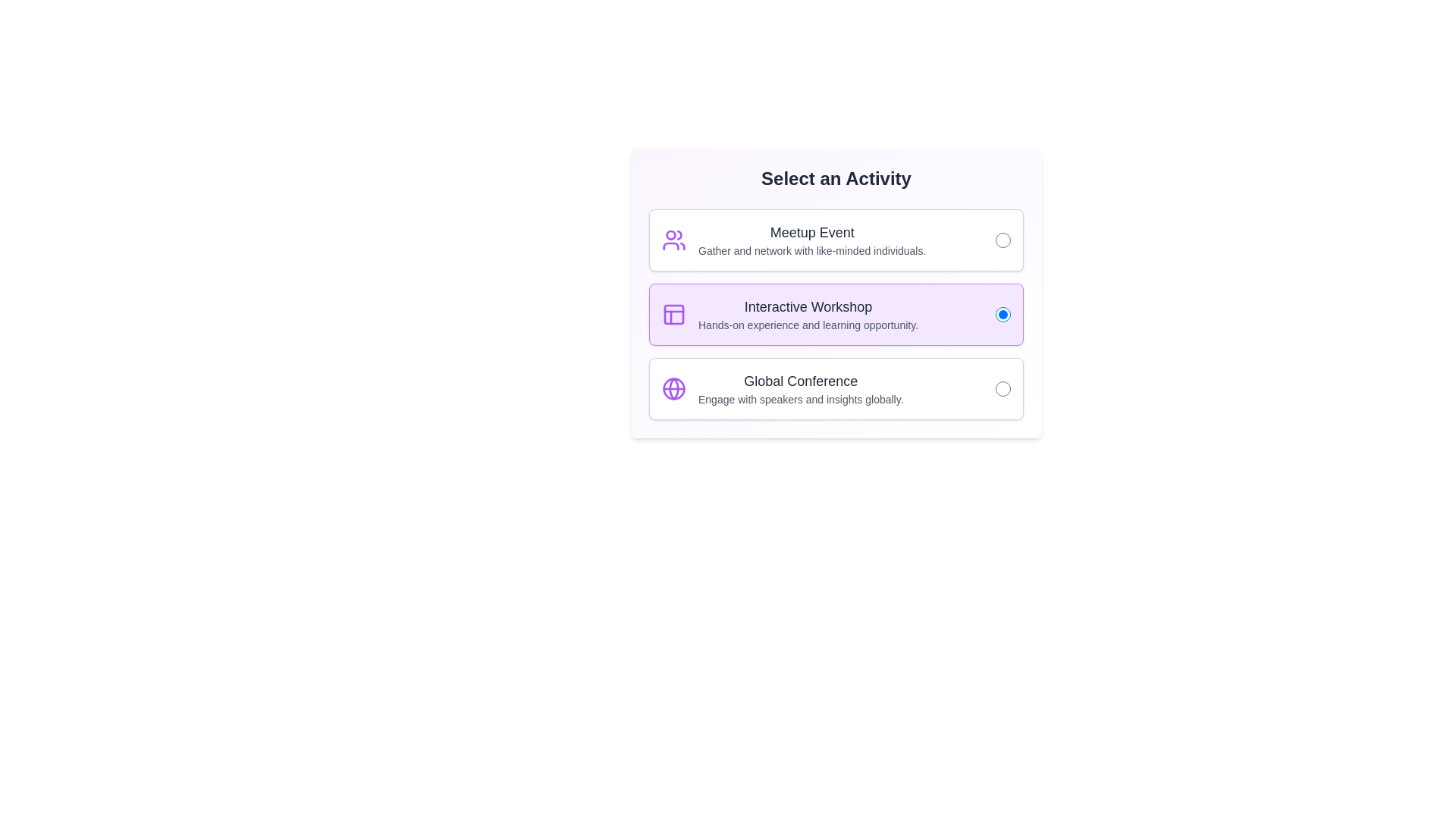  Describe the element at coordinates (811, 233) in the screenshot. I see `the title text label for the Meetup Event option, which is centrally aligned above the description text within a white box` at that location.